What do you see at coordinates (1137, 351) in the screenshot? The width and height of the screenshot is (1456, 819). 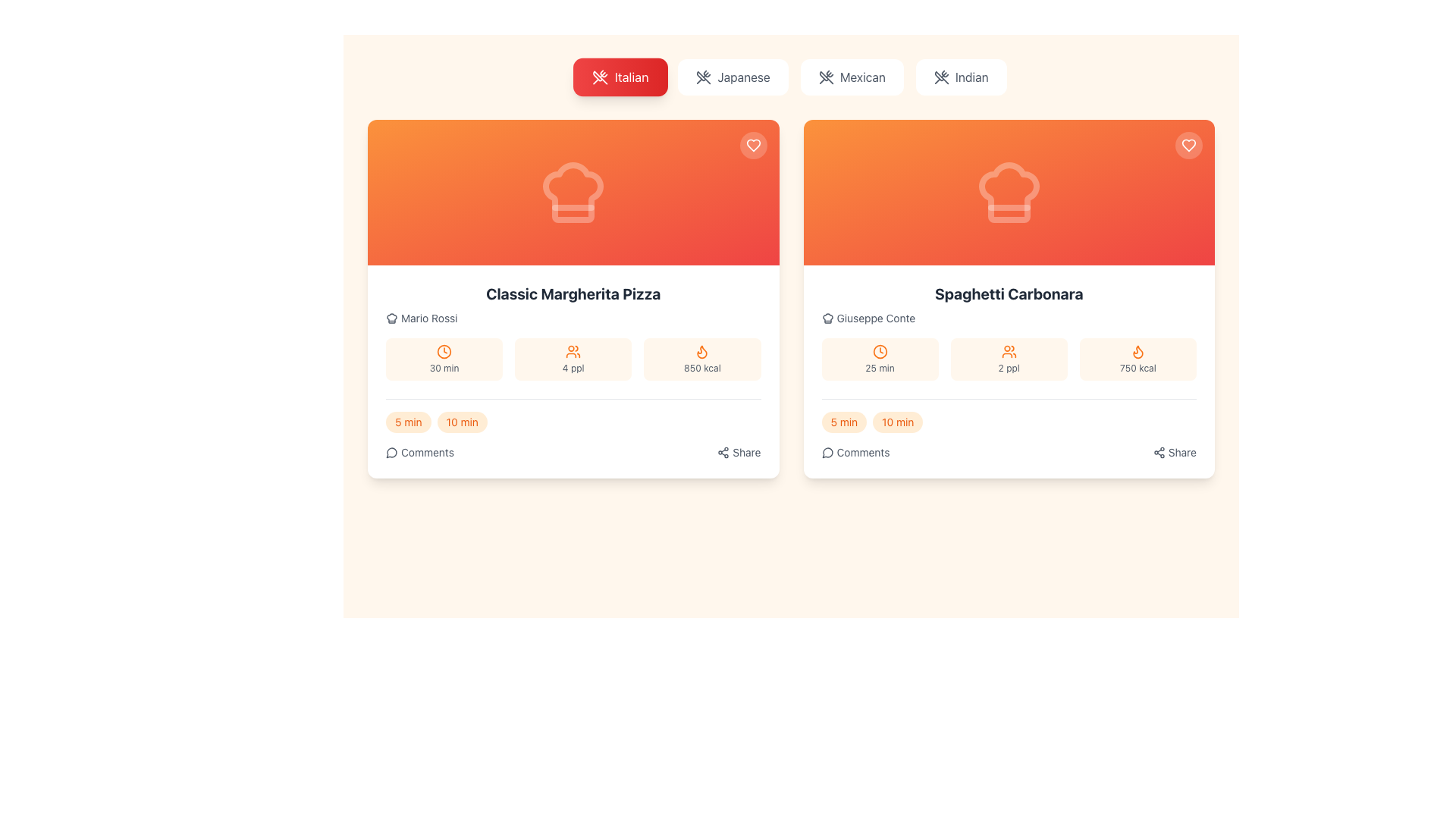 I see `the flame icon representing the calorie content of the 'Spaghetti Carbonara' dish` at bounding box center [1137, 351].